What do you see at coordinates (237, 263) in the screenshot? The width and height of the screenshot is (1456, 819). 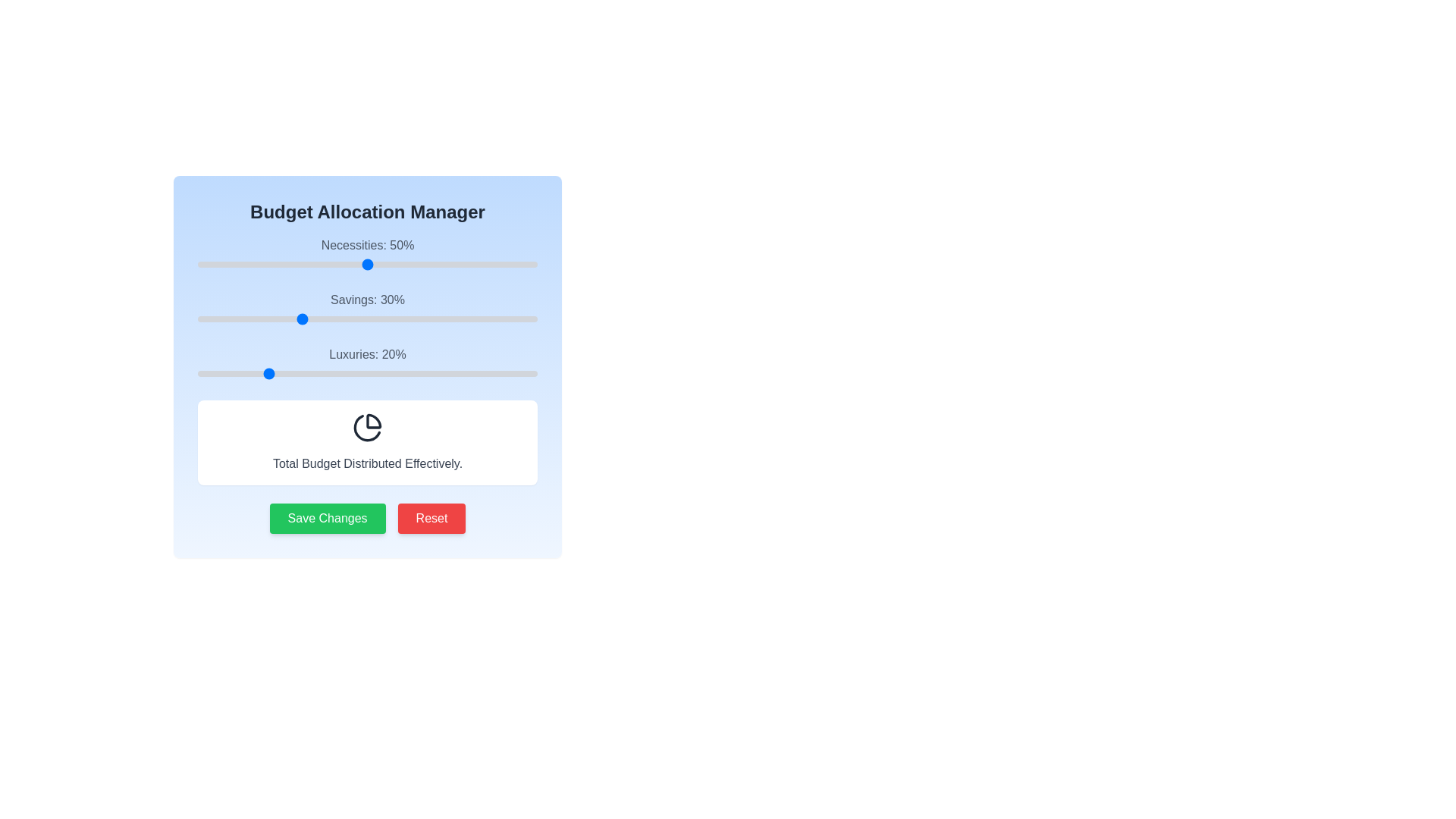 I see `the 'necessities' slider` at bounding box center [237, 263].